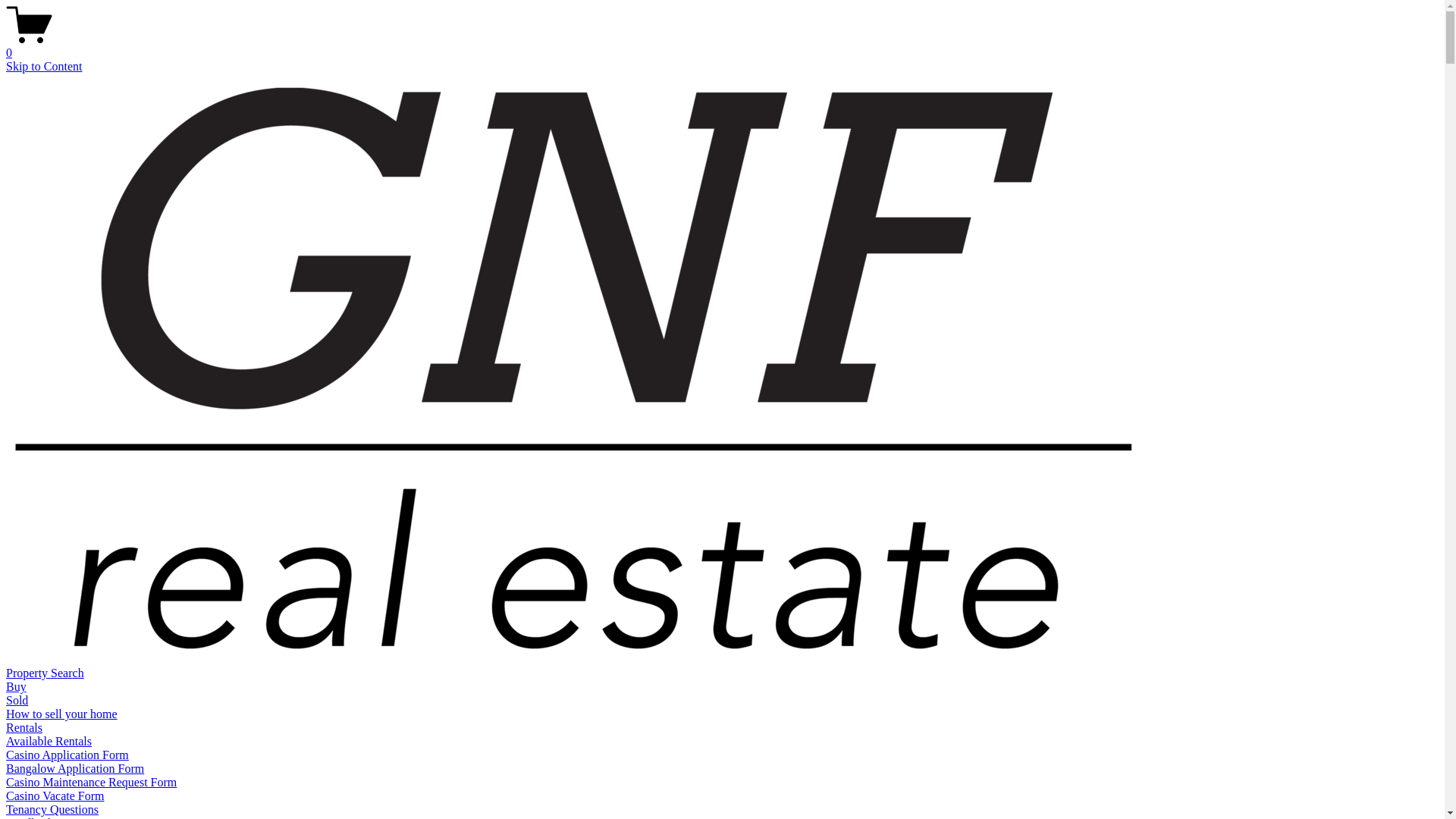  I want to click on 'Skip to Content', so click(43, 65).